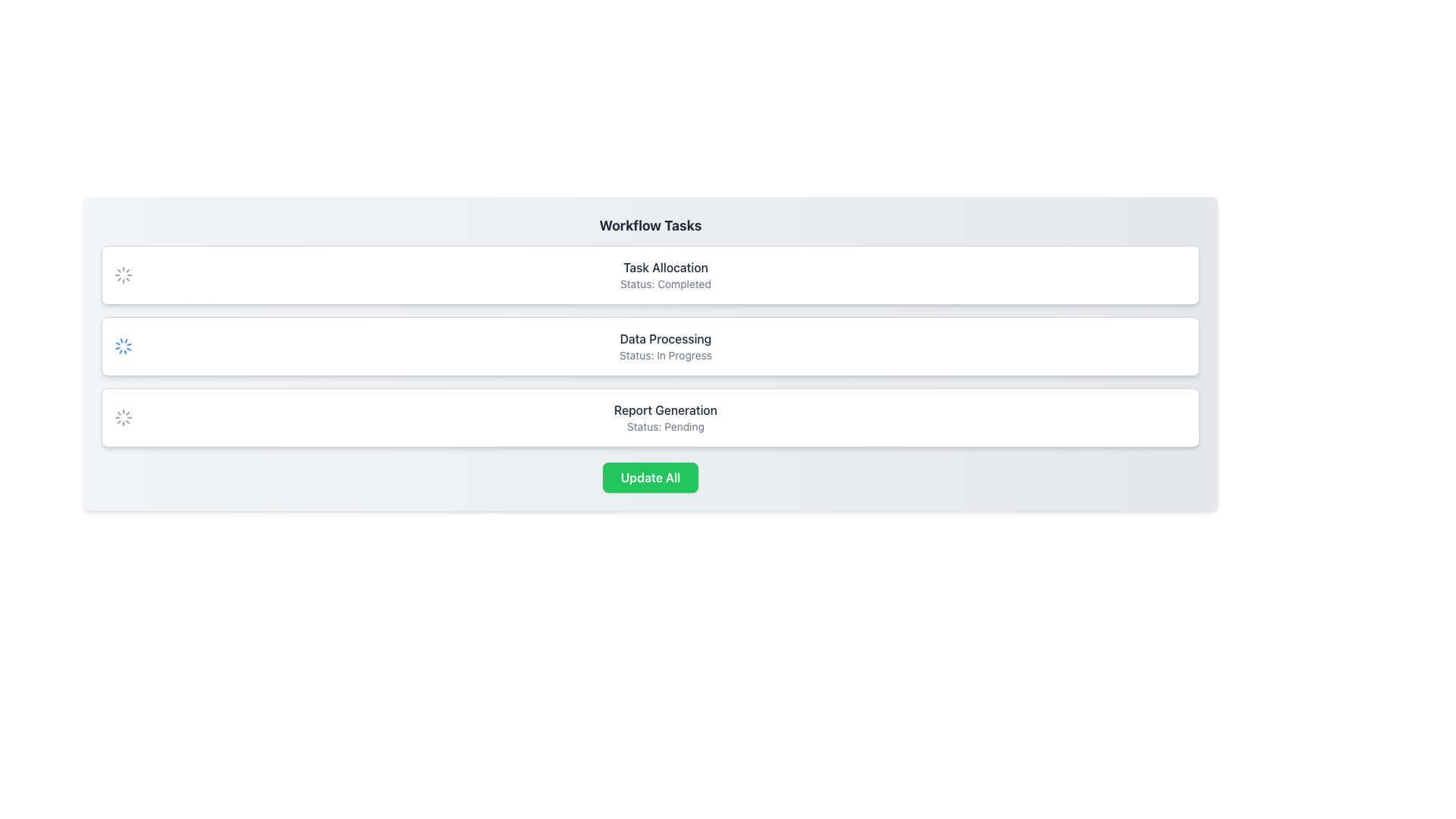  What do you see at coordinates (666, 409) in the screenshot?
I see `the text label indicating the title of the task or section titled 'Report Generation', which is located above 'Status: Pending'` at bounding box center [666, 409].